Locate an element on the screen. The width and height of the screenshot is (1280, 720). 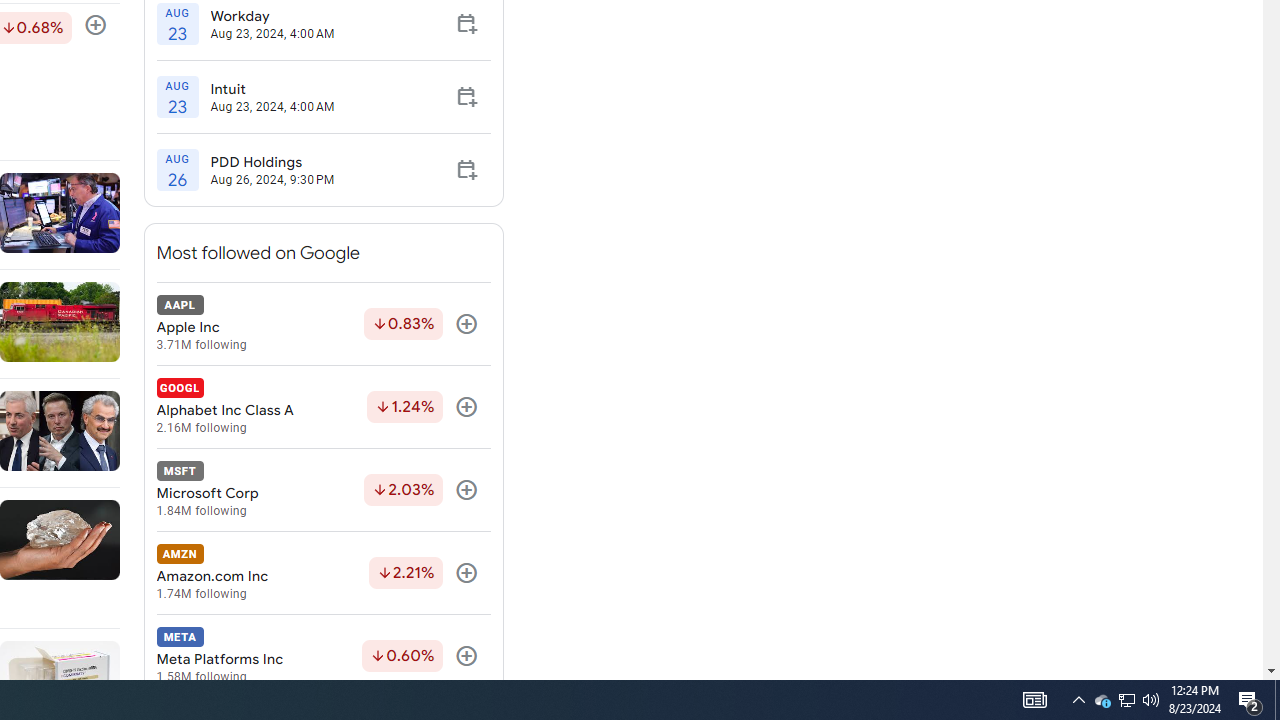
'Add to calendar' is located at coordinates (465, 168).